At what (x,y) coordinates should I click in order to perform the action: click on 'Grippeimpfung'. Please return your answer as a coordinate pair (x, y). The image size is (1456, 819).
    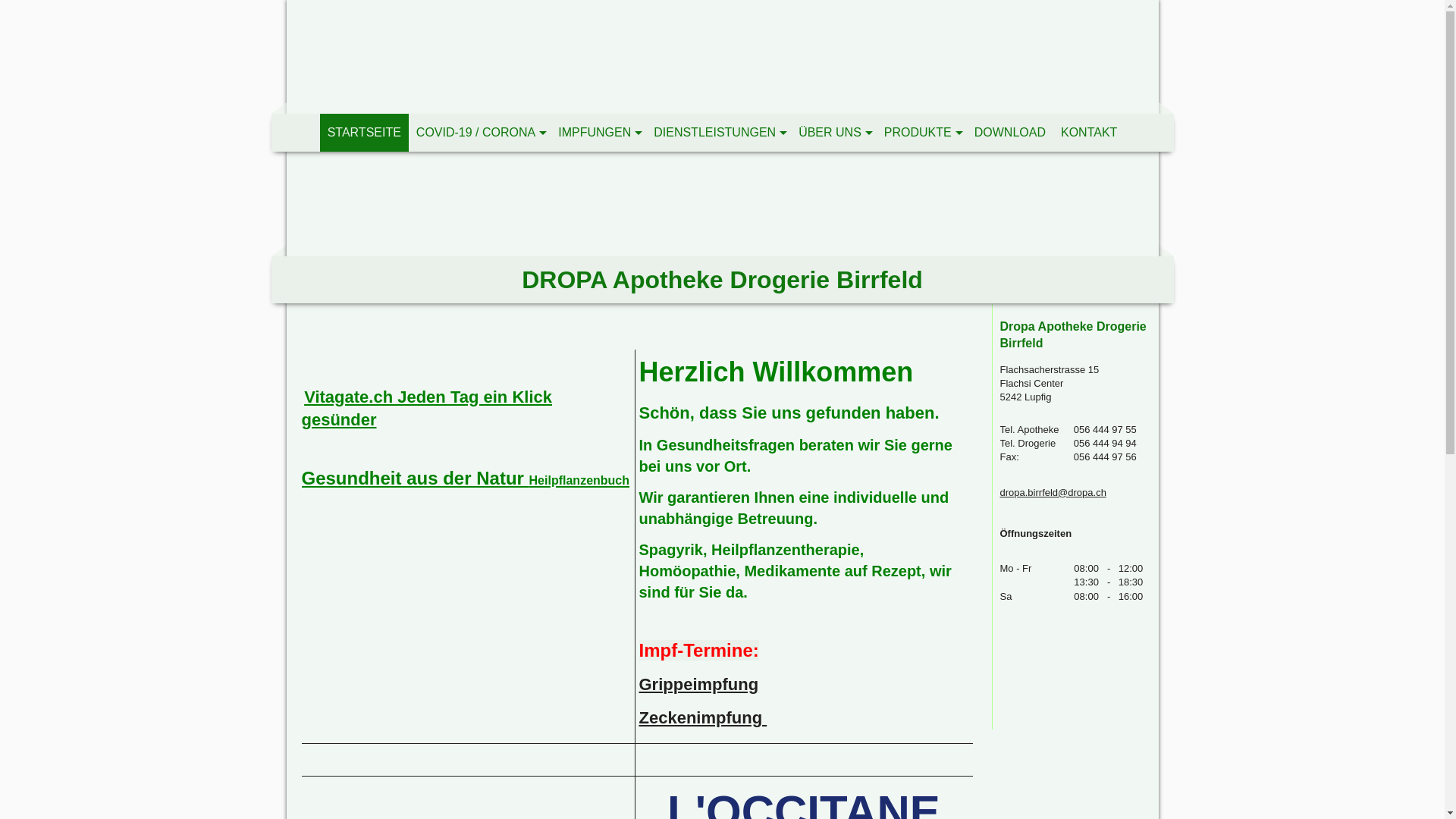
    Looking at the image, I should click on (698, 684).